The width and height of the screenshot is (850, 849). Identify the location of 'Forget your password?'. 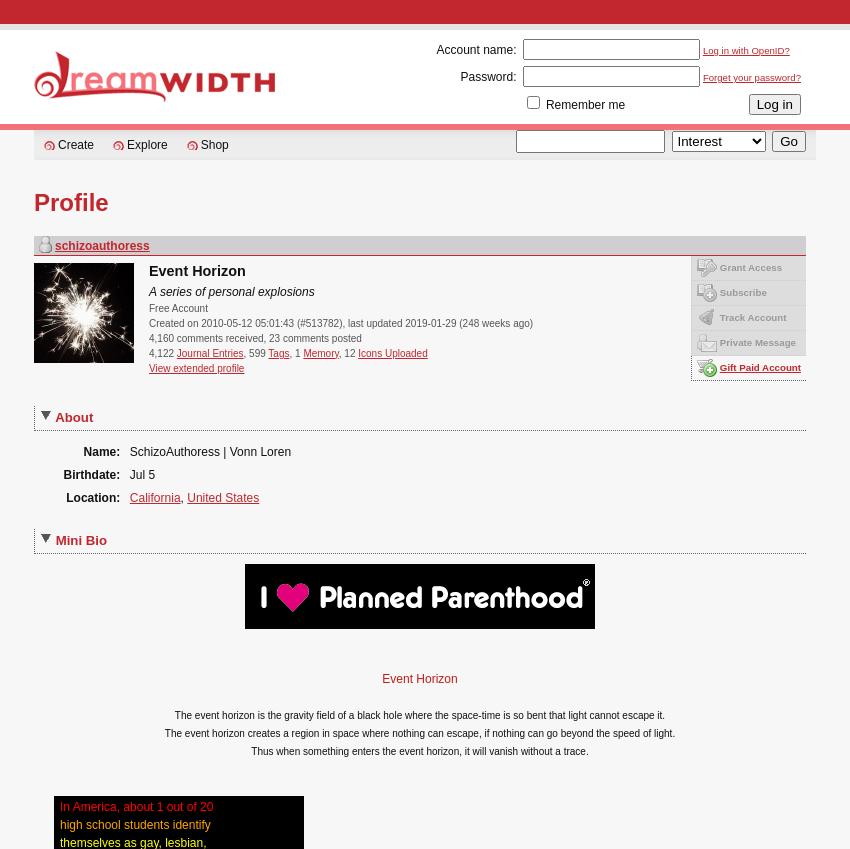
(701, 77).